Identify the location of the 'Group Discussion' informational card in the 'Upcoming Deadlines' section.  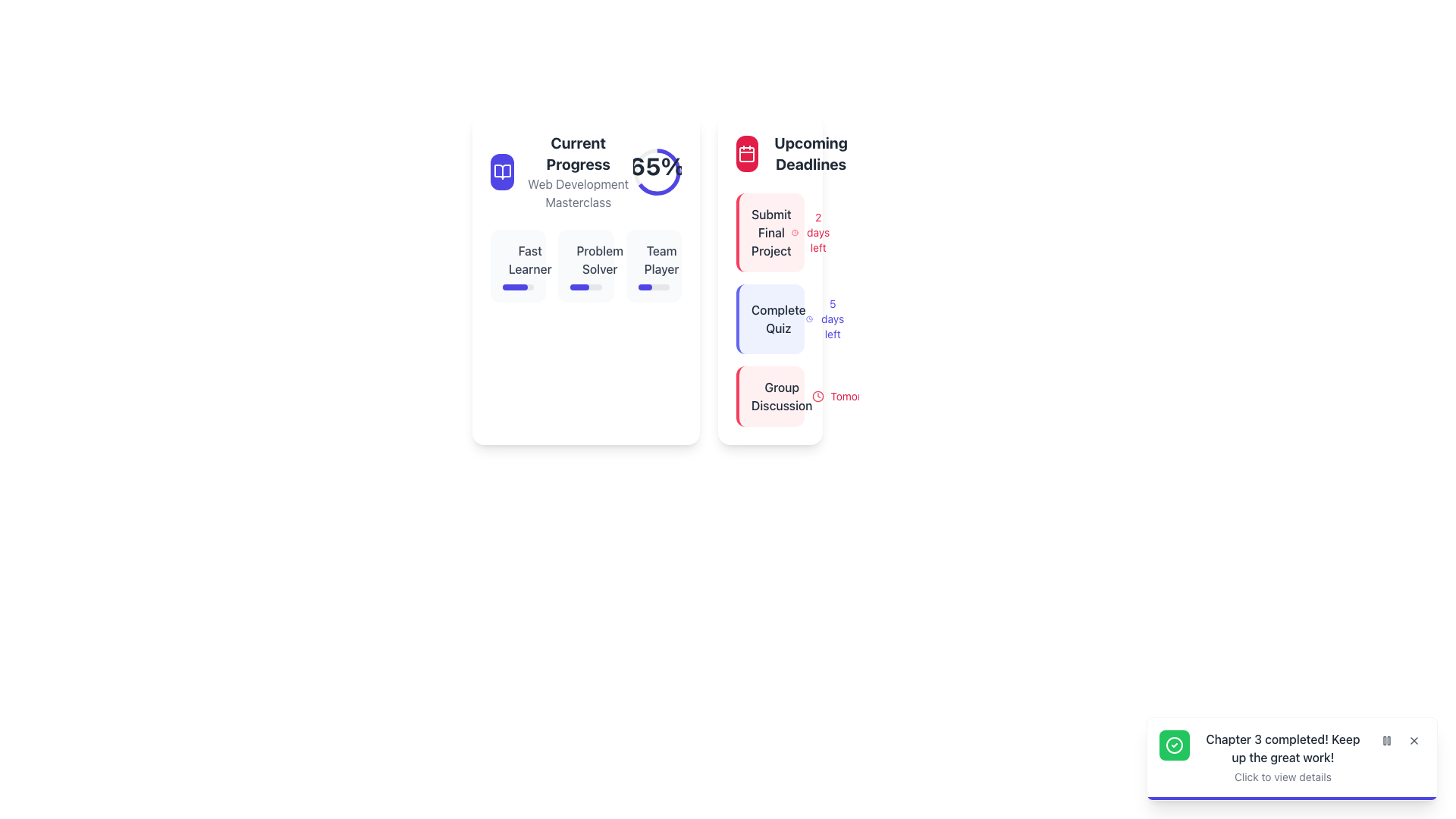
(771, 396).